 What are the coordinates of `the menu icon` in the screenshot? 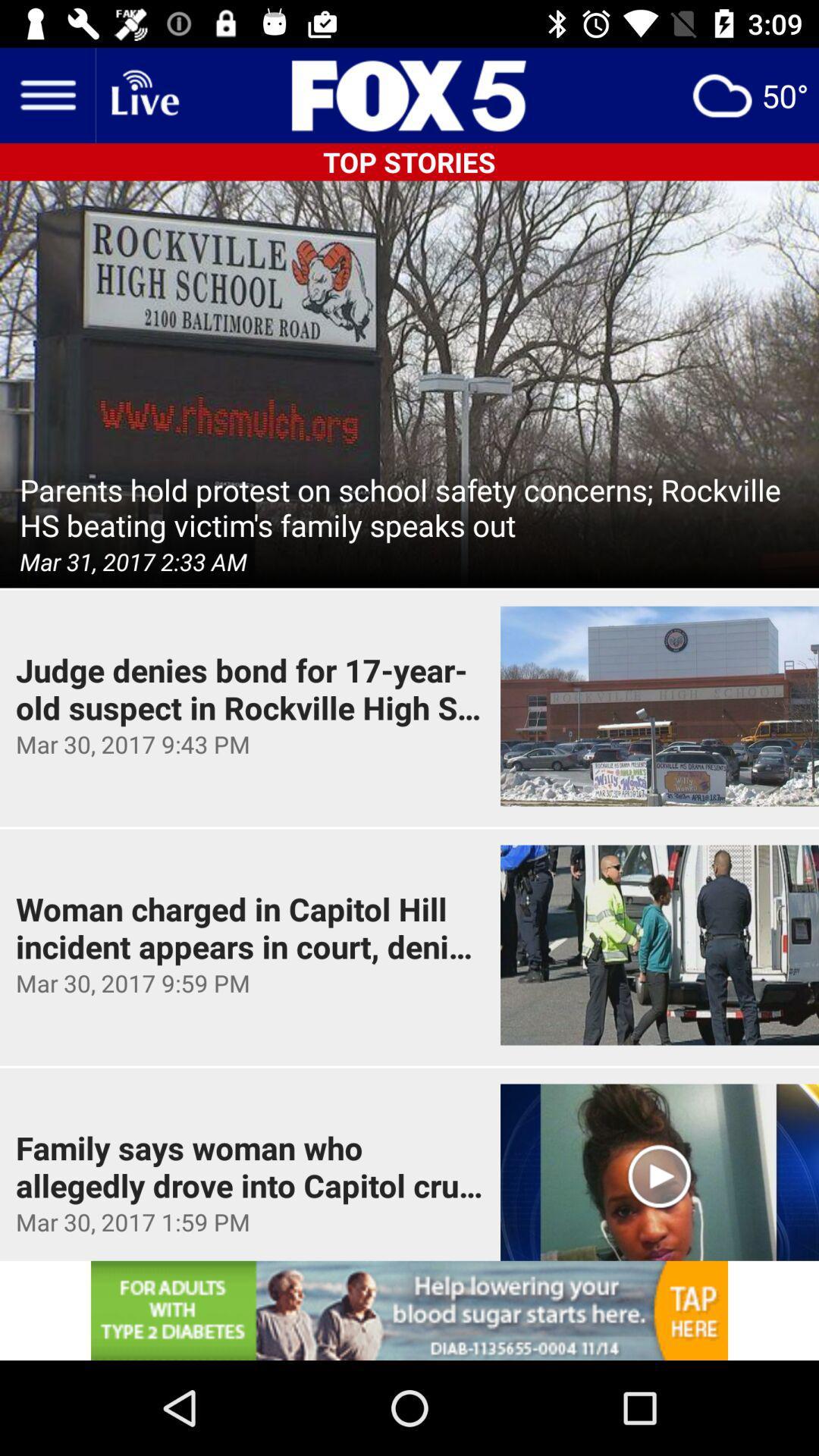 It's located at (46, 94).